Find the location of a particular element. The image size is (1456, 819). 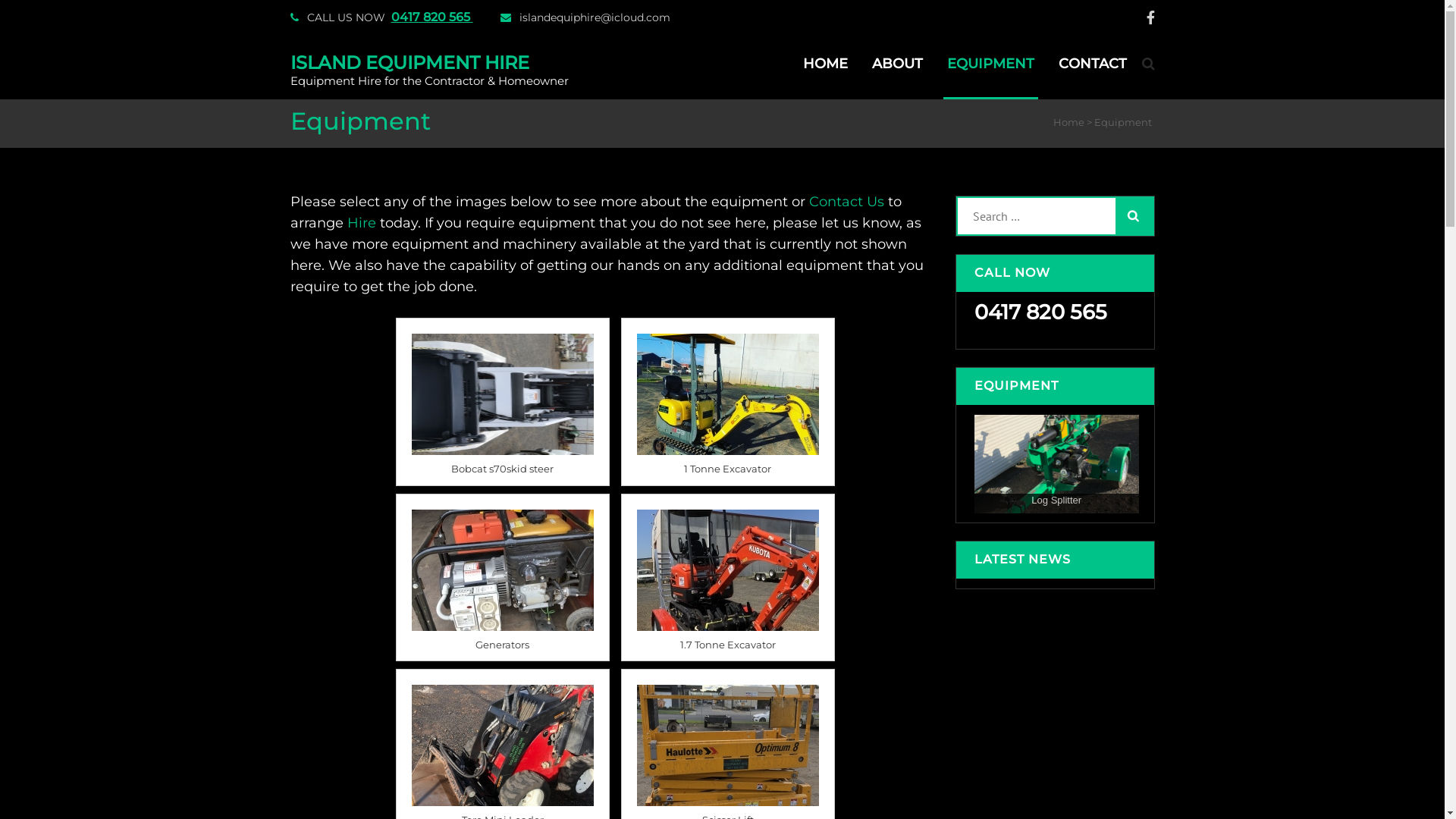

'ABOUT' is located at coordinates (896, 76).